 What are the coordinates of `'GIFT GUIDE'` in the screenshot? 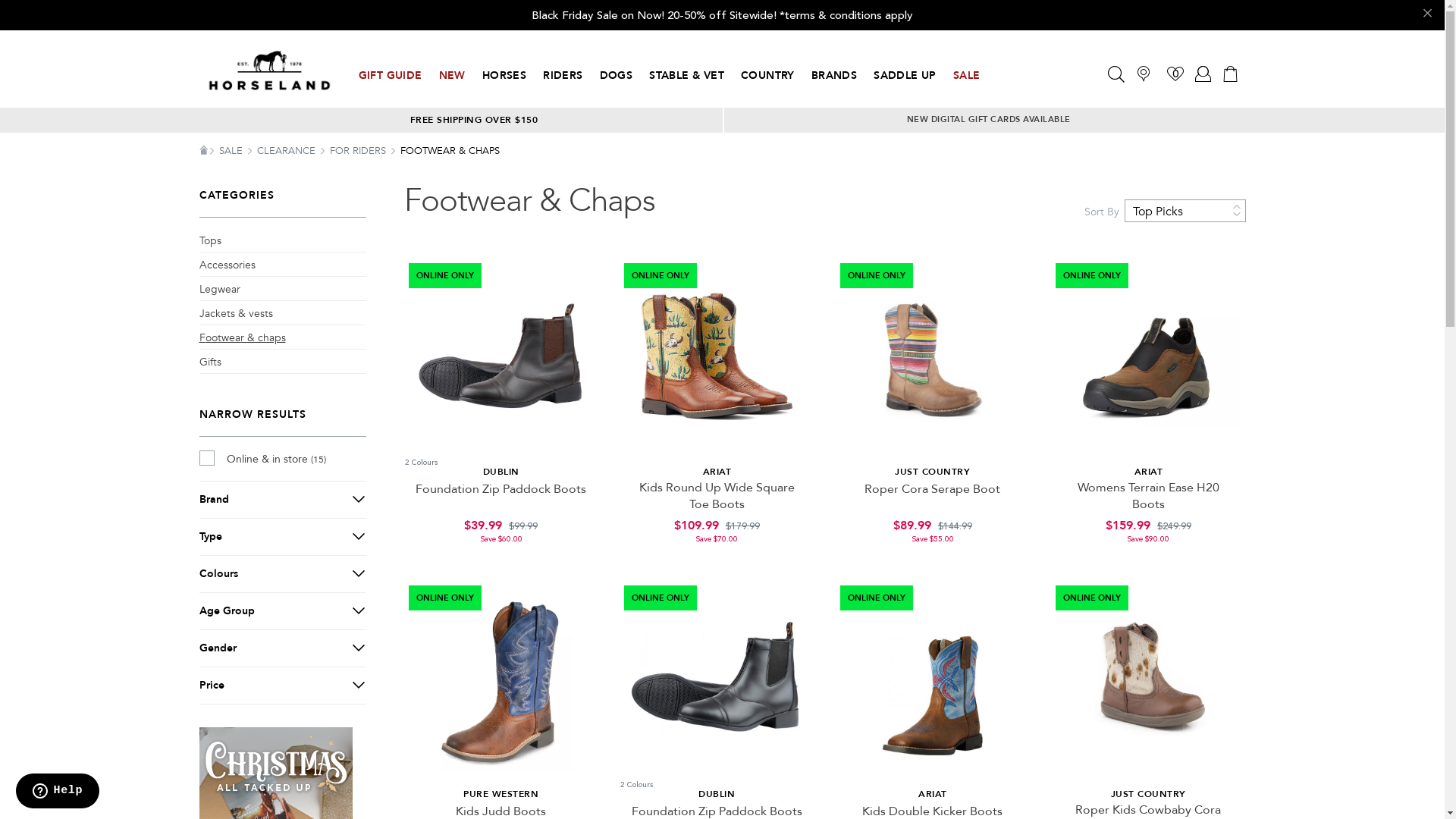 It's located at (389, 76).